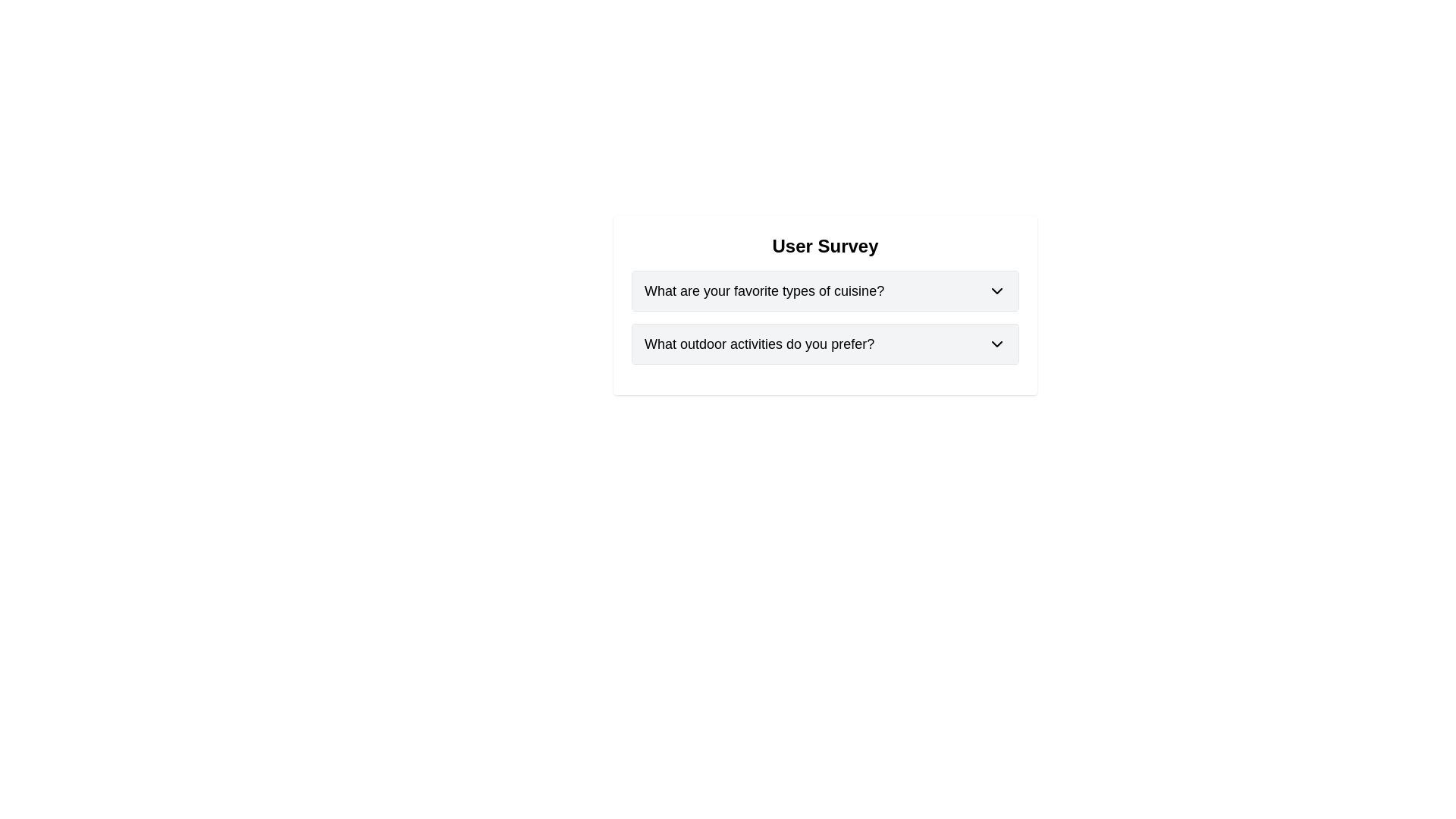 This screenshot has width=1456, height=819. I want to click on the dropdown menu element labeled 'What outdoor activities do you prefer?', so click(824, 344).